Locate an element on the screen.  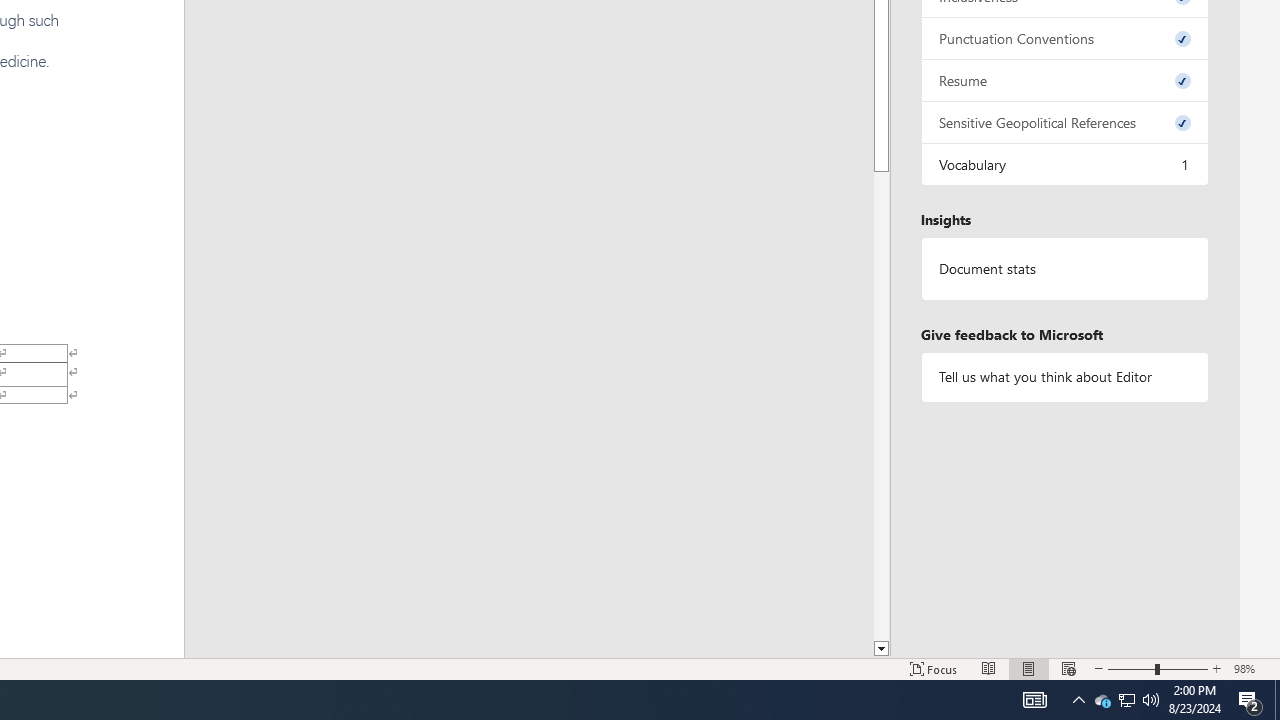
'Line down' is located at coordinates (880, 649).